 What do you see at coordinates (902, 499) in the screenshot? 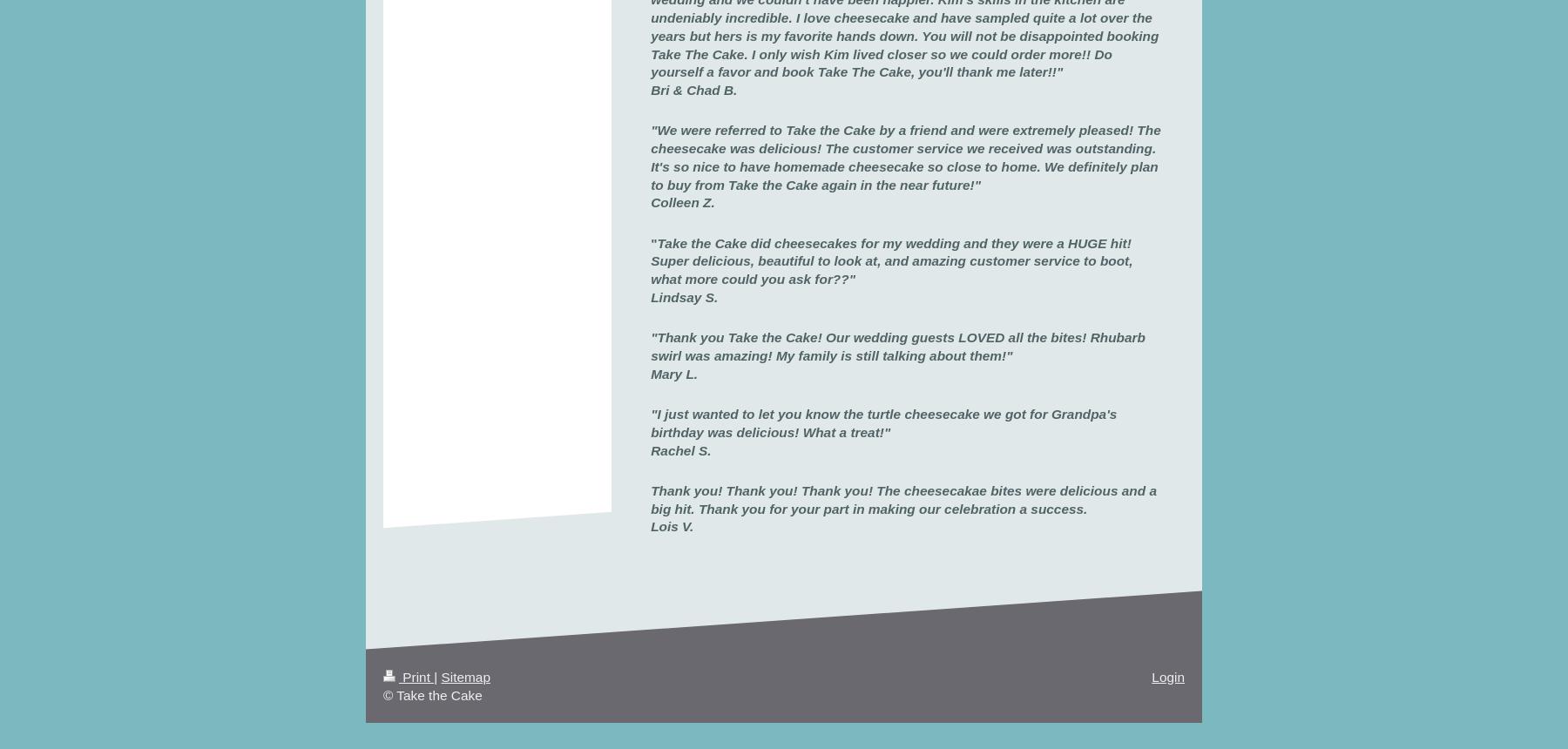
I see `'Thank you! Thank you! Thank you! The cheesecakae bites were delicious and a big hit. Thank you for your part in making our celebration a success.'` at bounding box center [902, 499].